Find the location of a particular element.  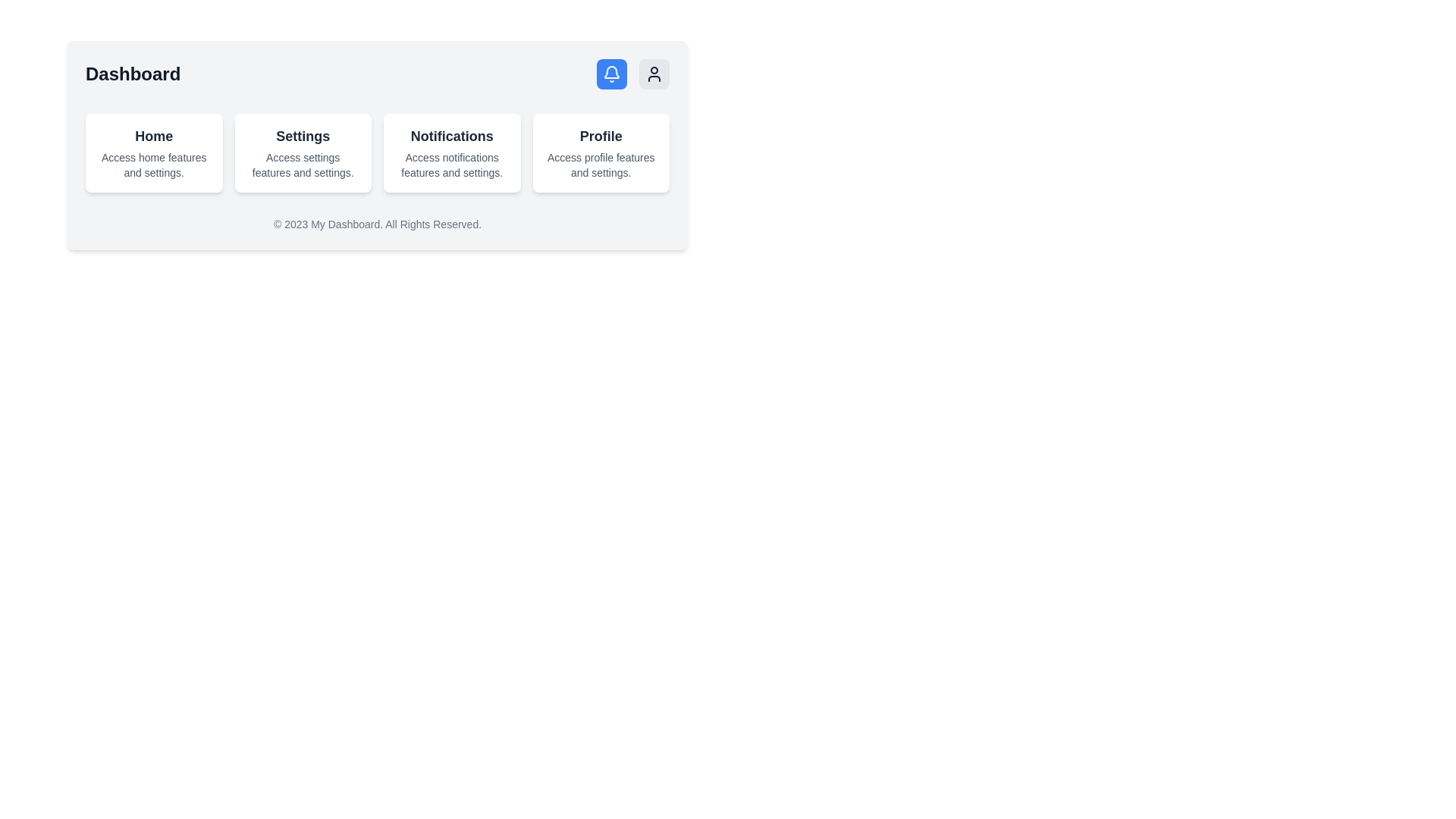

the content of the Information card, which serves as an entry point for managing or viewing notifications, located as the third card in a series of four horizontally aligned cards is located at coordinates (451, 152).